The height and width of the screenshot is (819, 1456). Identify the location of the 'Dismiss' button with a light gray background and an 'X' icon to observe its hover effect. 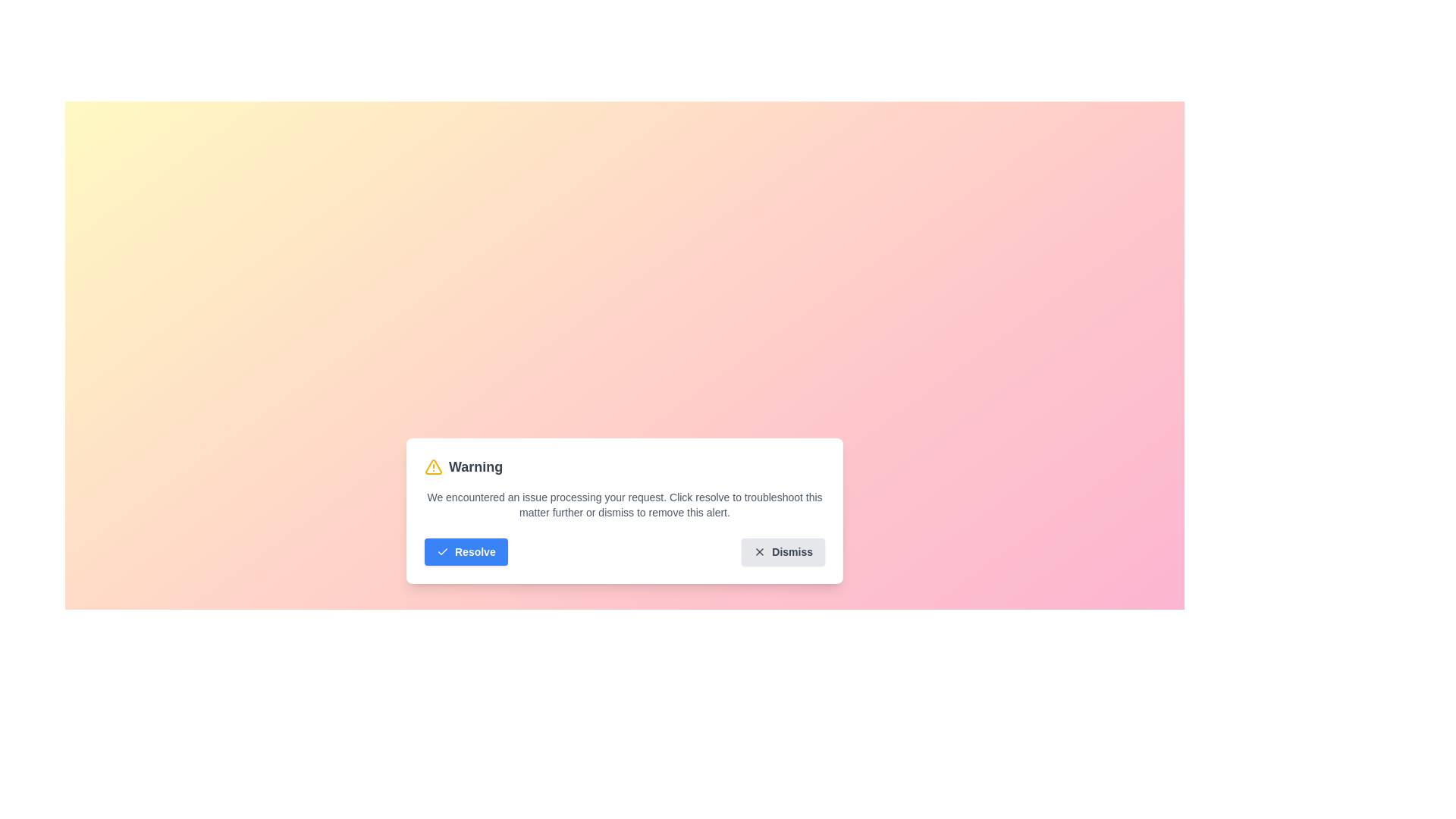
(783, 552).